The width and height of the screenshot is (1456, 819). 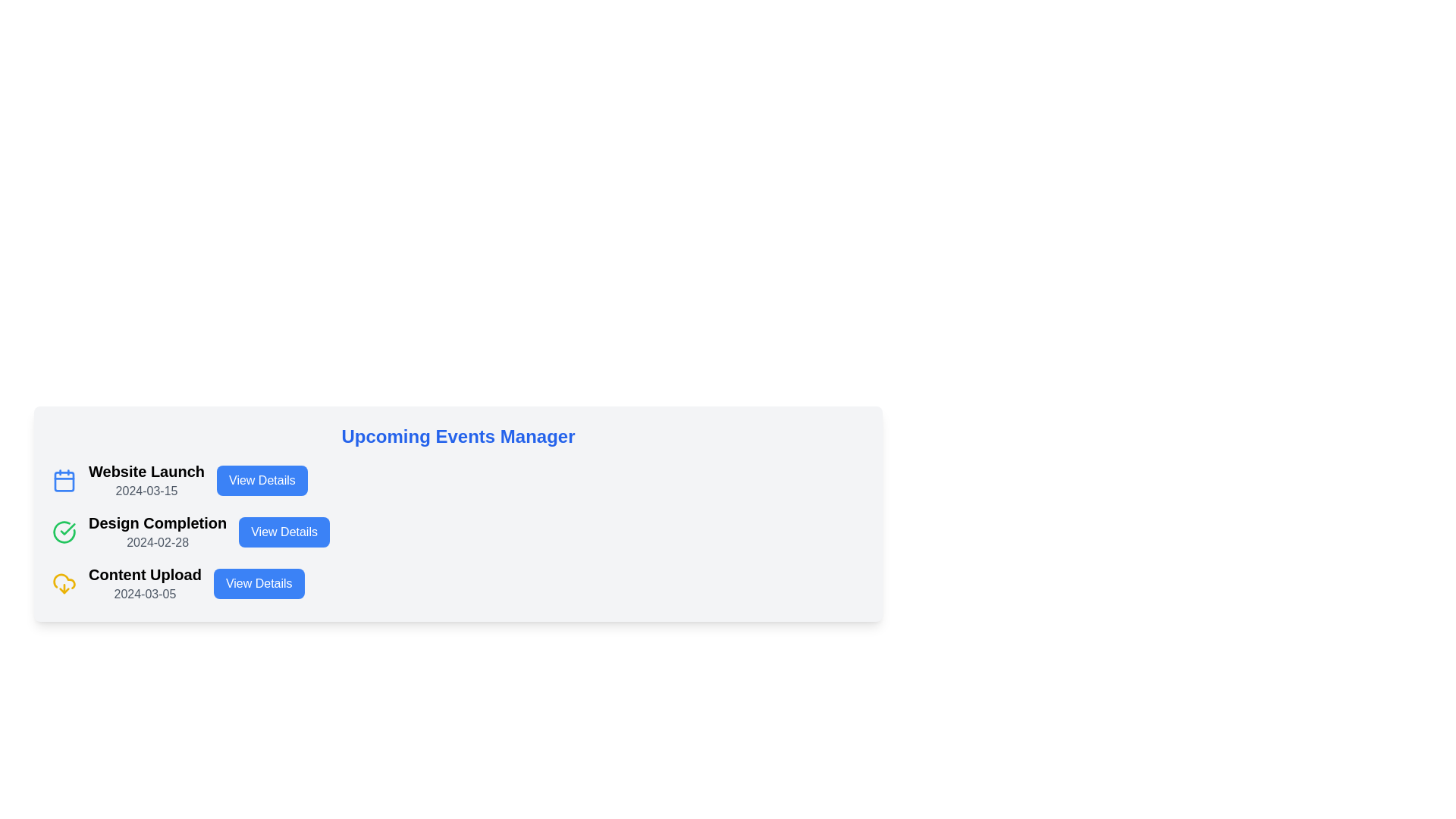 What do you see at coordinates (457, 436) in the screenshot?
I see `the Static text header displaying 'Upcoming Events Manager' in blue, bold font, located at the top of the event details section` at bounding box center [457, 436].